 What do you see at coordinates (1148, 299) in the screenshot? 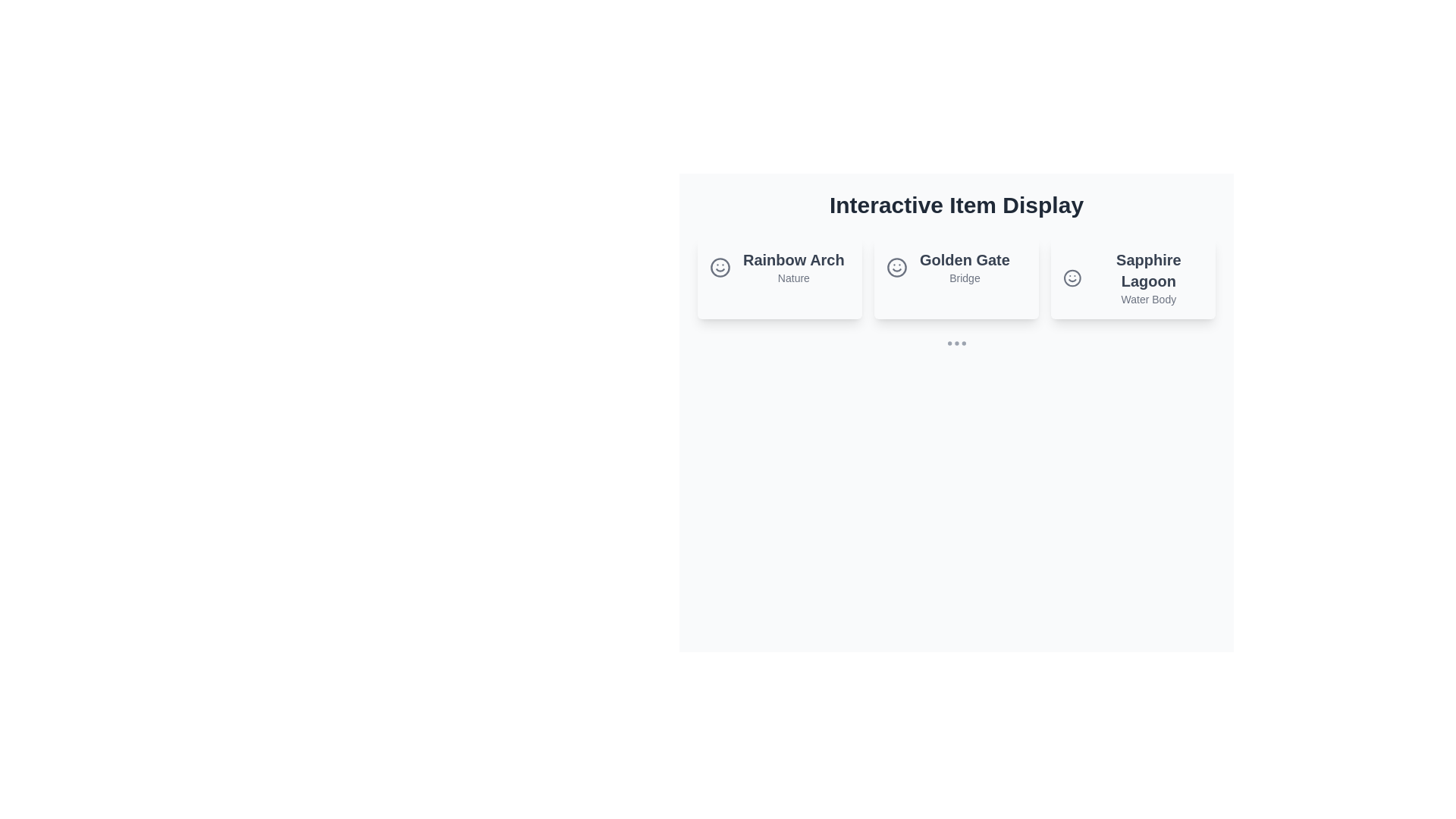
I see `the text label reading 'Water Body', which is styled in light gray and located beneath 'Sapphire Lagoon' in the rightmost card of the interactive item list` at bounding box center [1148, 299].